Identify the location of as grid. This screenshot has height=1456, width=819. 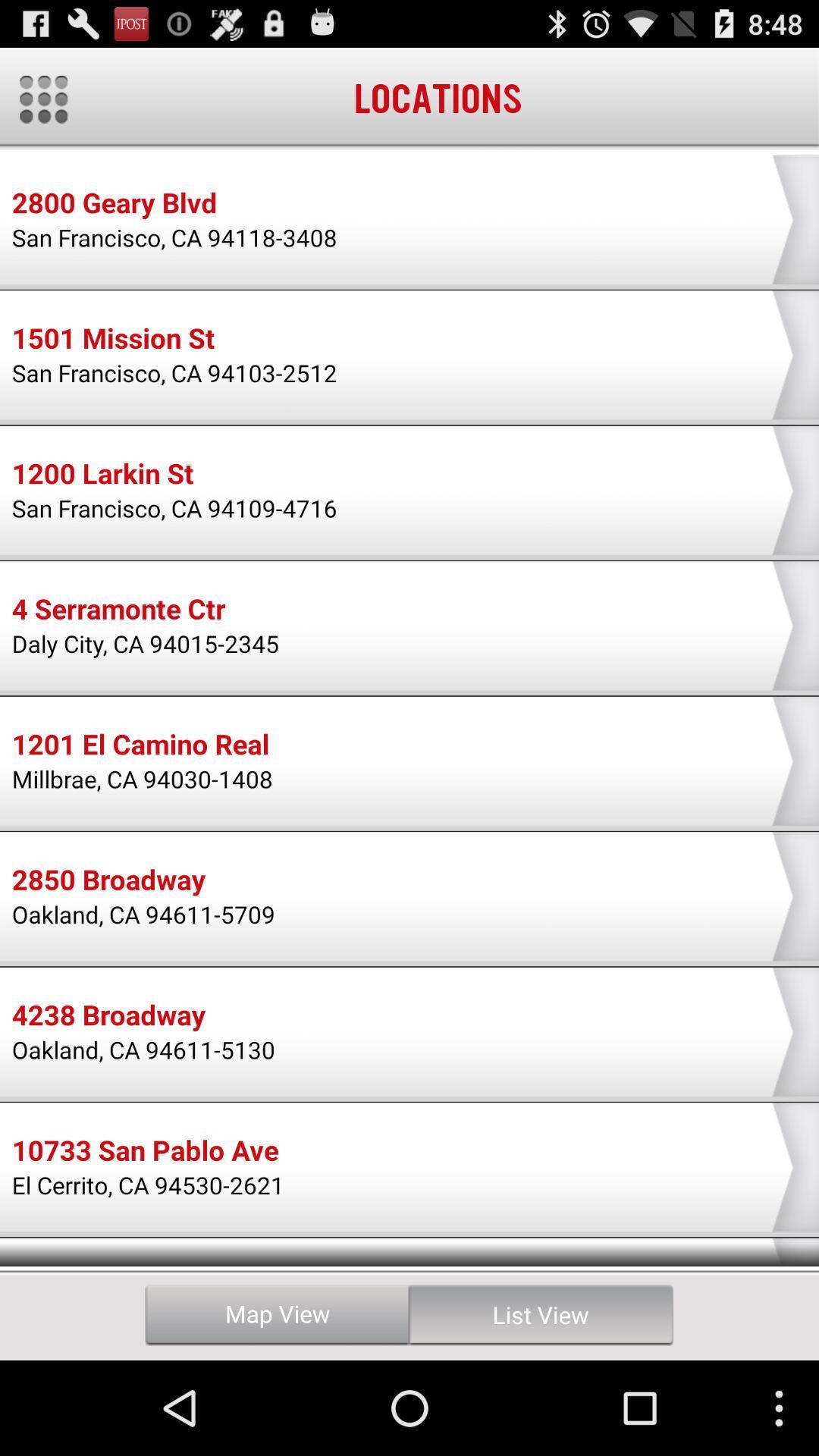
(42, 99).